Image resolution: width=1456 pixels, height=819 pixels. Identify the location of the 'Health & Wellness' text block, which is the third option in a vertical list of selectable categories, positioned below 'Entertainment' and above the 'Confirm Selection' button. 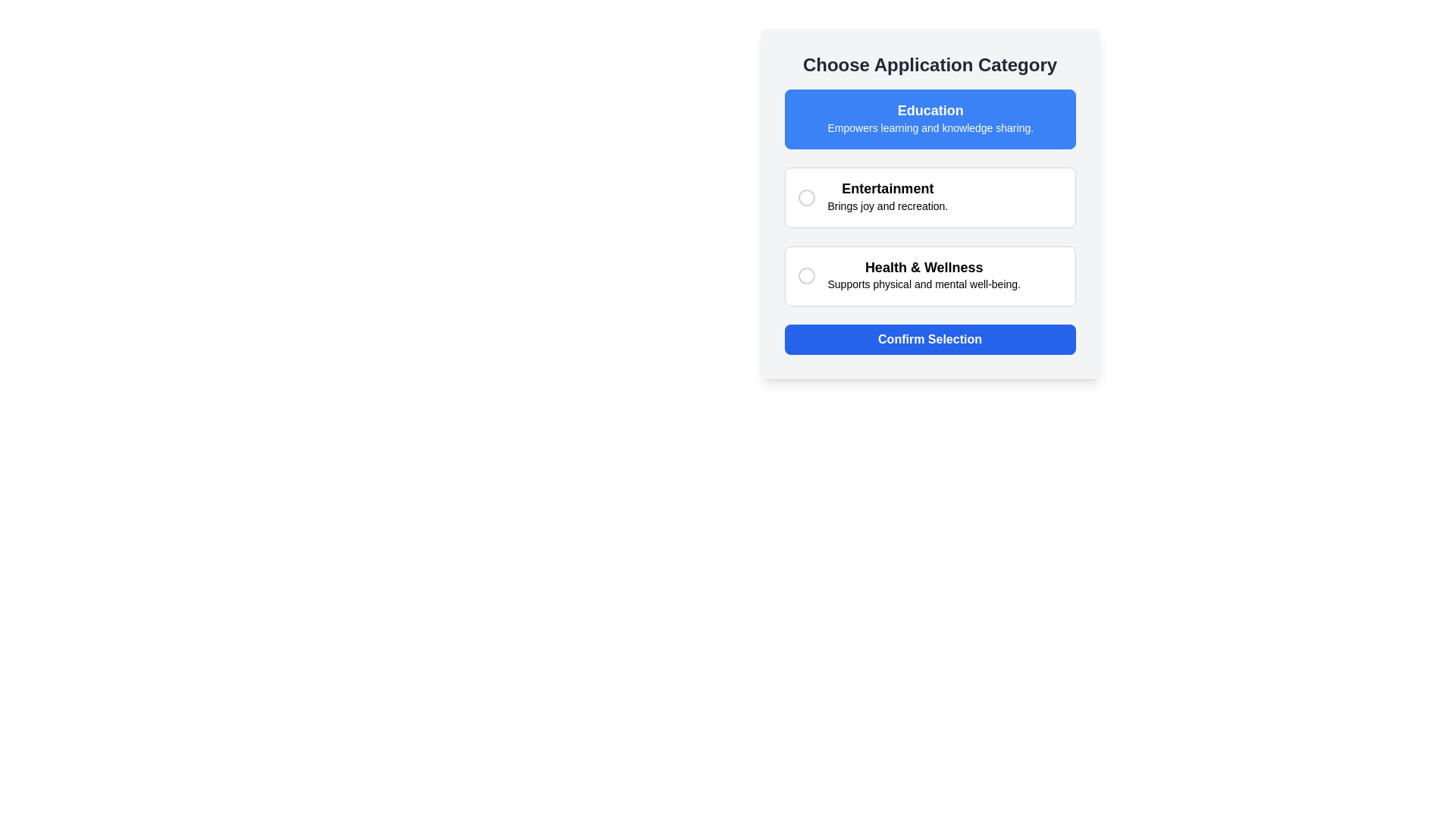
(923, 276).